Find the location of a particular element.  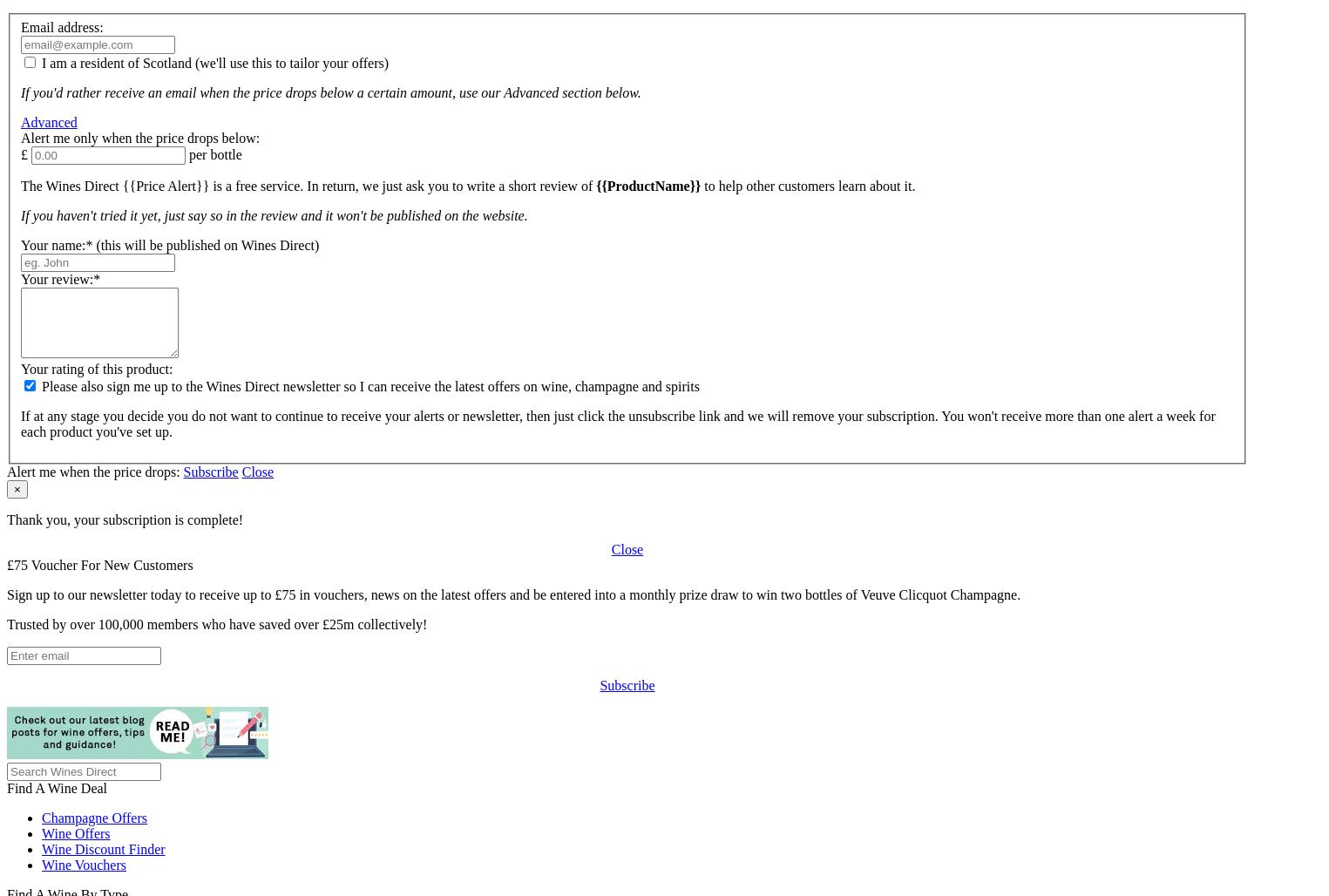

'Email address:' is located at coordinates (62, 26).